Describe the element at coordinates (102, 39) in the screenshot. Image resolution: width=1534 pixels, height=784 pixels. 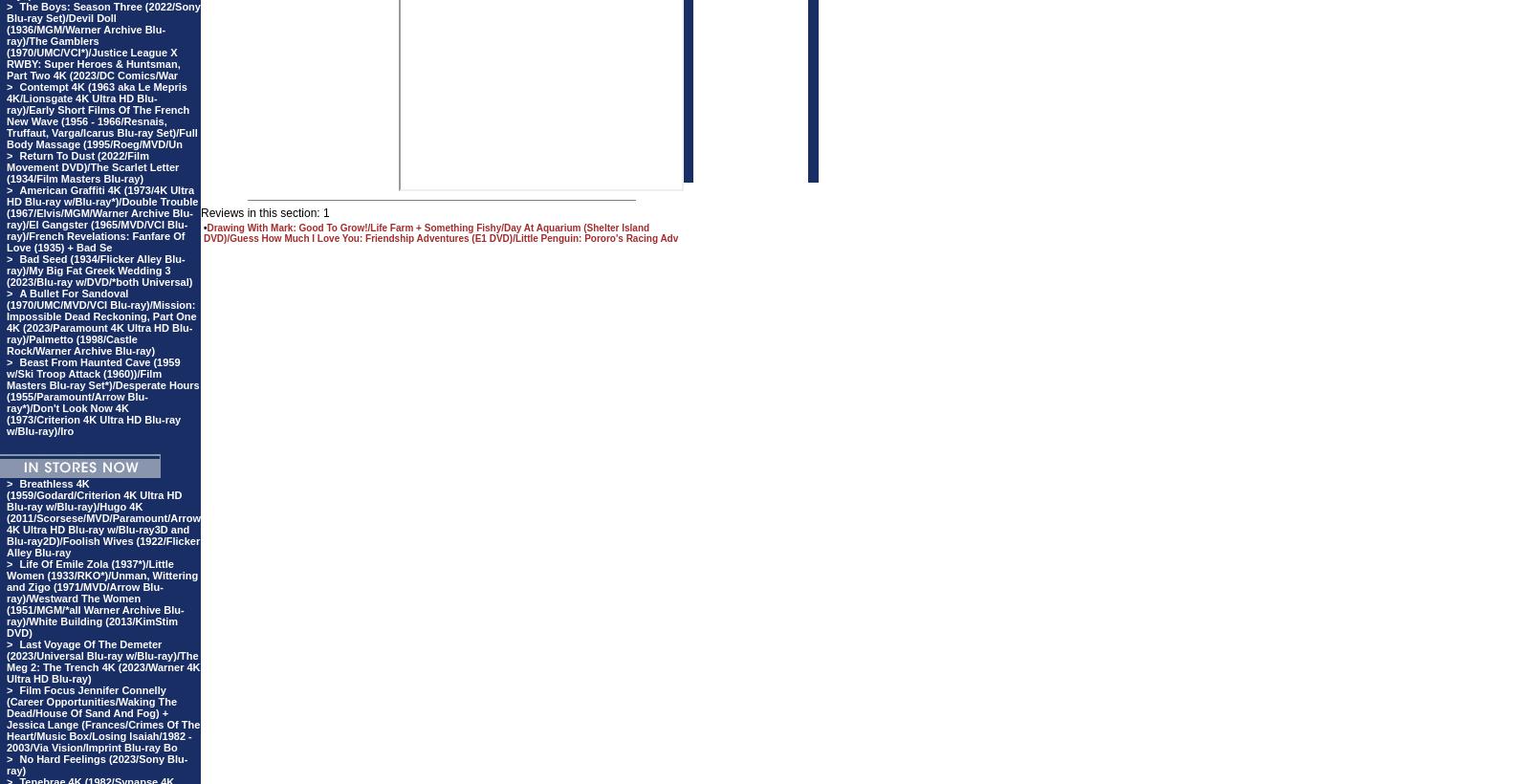
I see `'The Boys: Season Three (2022/Sony Blu-ray Set)/Devil Doll (1936/MGM/Warner Archive Blu-ray)/The Gamblers (1970/UMC/VCI*)/Justice League X RWBY: Super Heroes & Huntsman, Part Two 4K (2023/DC Comics/War'` at that location.